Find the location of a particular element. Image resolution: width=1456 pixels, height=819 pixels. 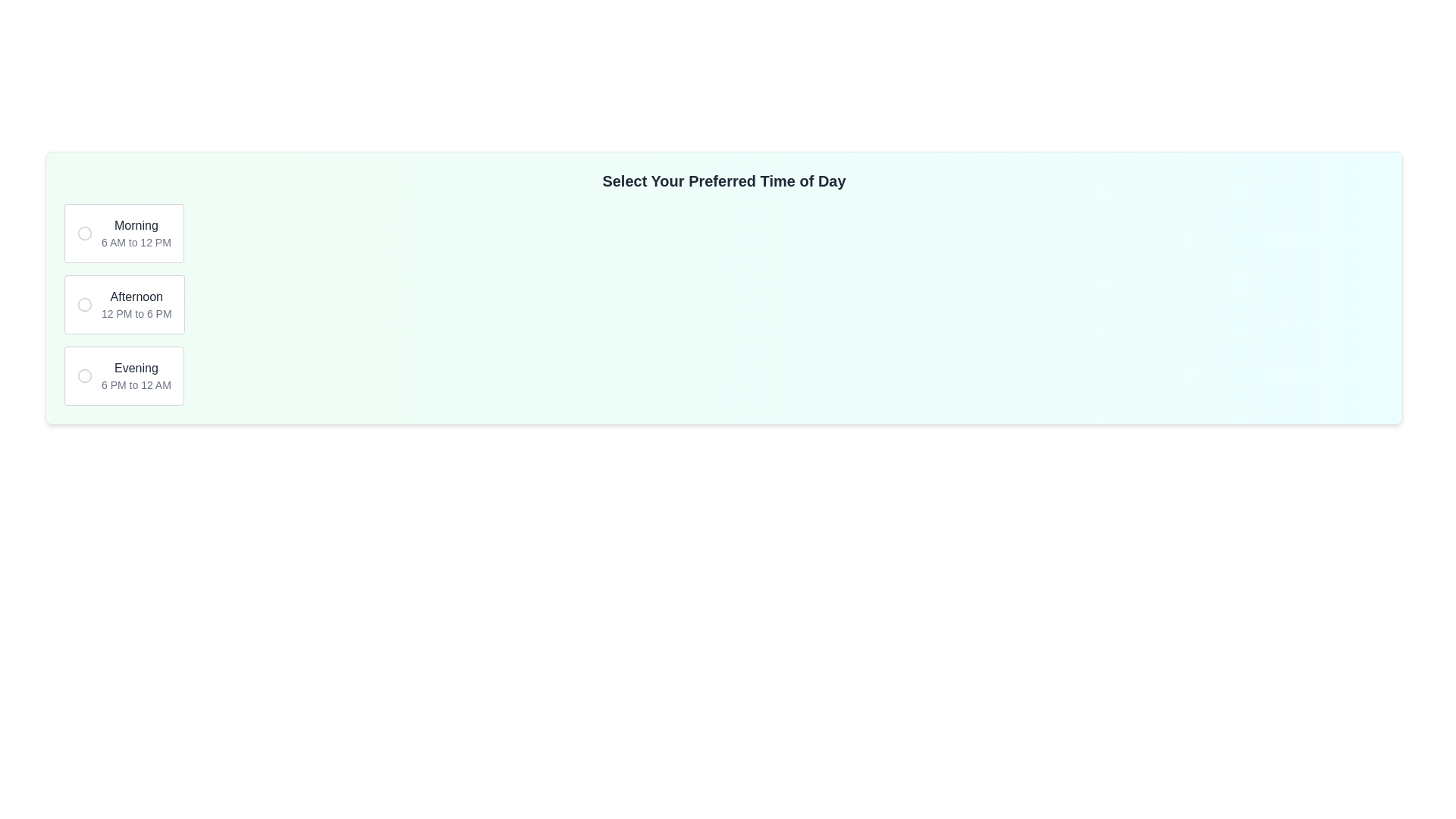

the circular outline of the radio button for the 'Afternoon' option is located at coordinates (83, 304).